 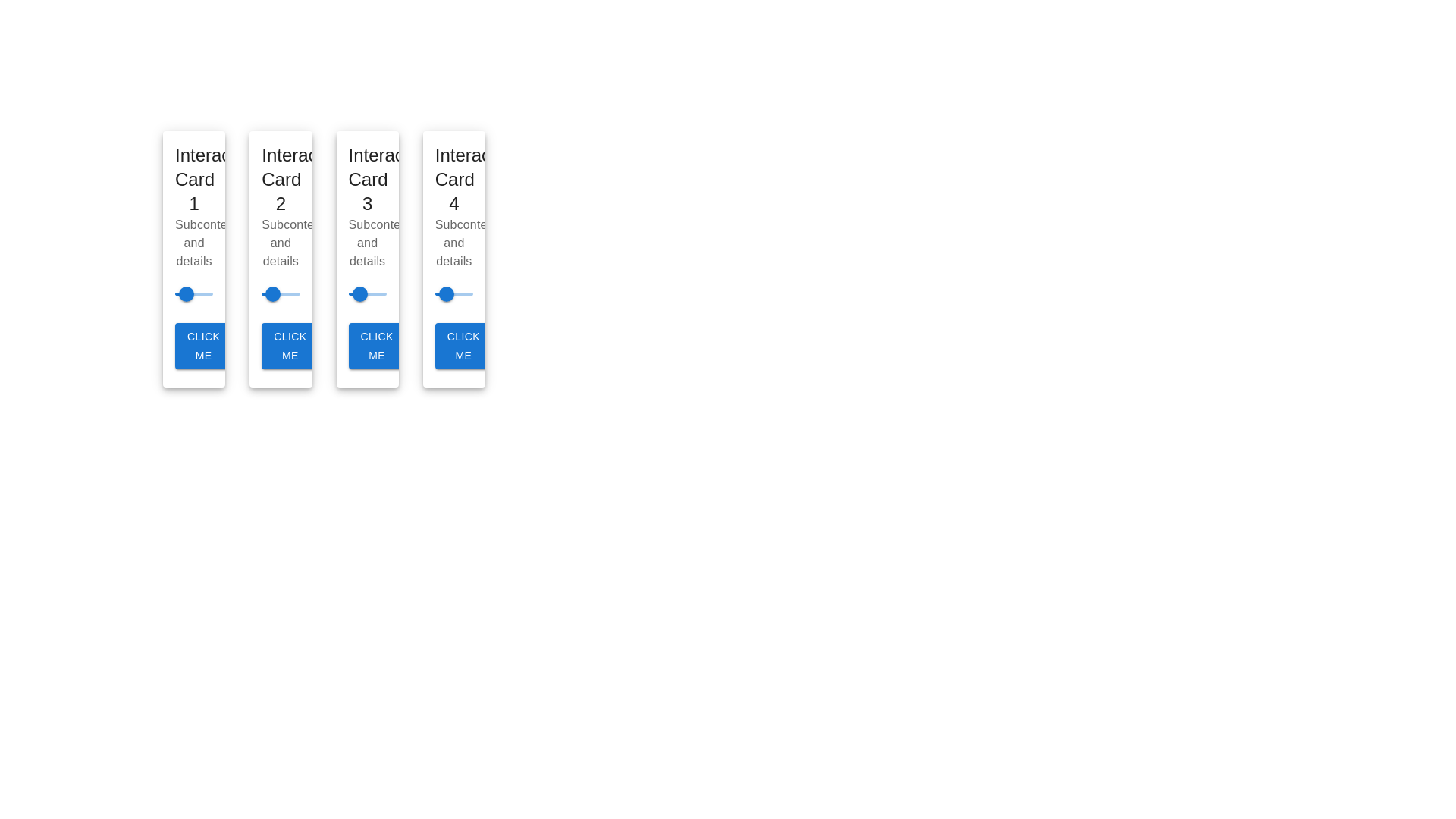 What do you see at coordinates (453, 294) in the screenshot?
I see `the Slider rail located at the bottom of the 'Interactive Card 4' slider component in the fourth column of aligned cards` at bounding box center [453, 294].